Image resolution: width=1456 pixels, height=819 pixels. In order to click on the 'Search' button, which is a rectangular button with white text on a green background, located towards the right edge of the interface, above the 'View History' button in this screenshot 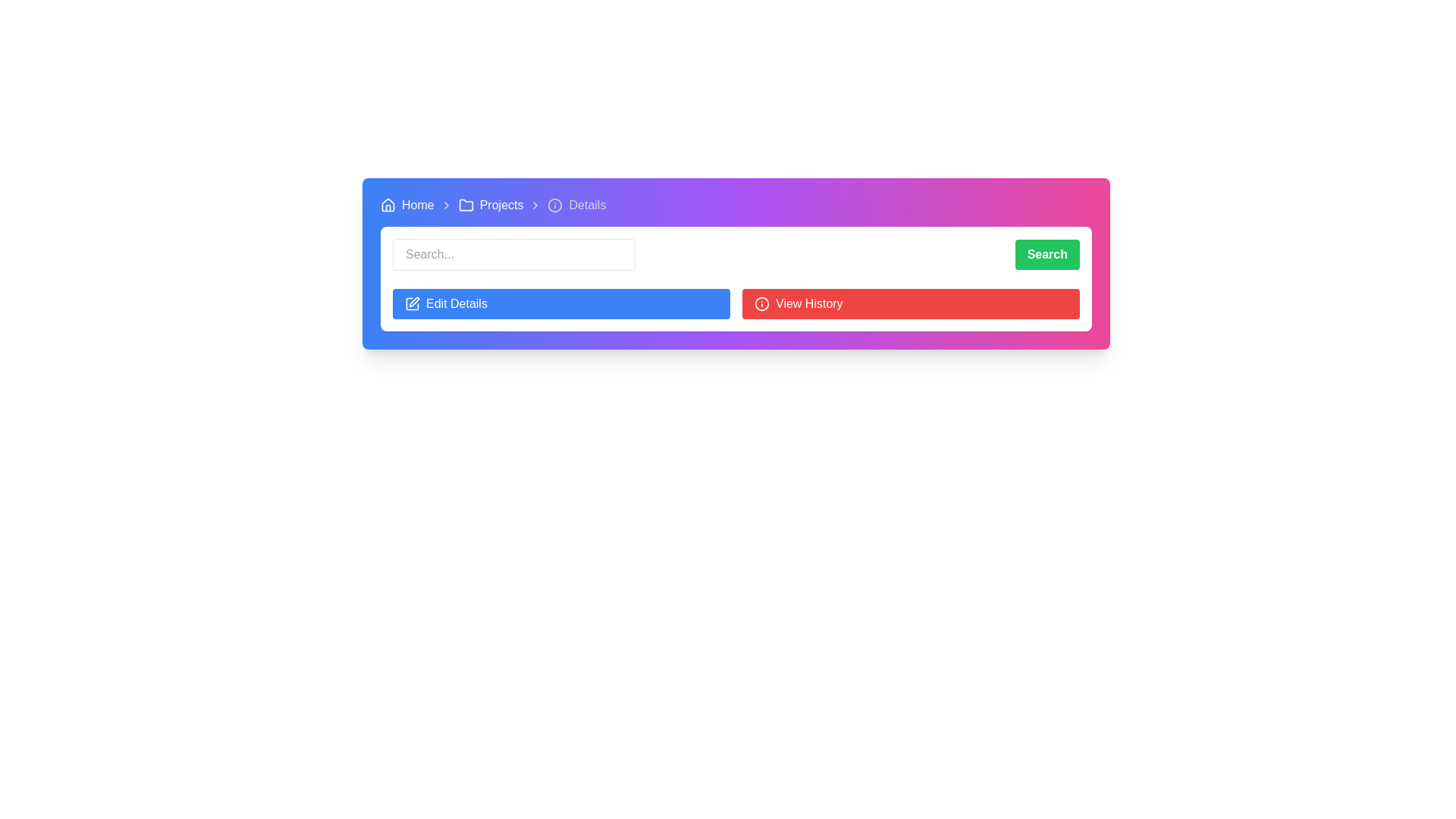, I will do `click(1046, 253)`.